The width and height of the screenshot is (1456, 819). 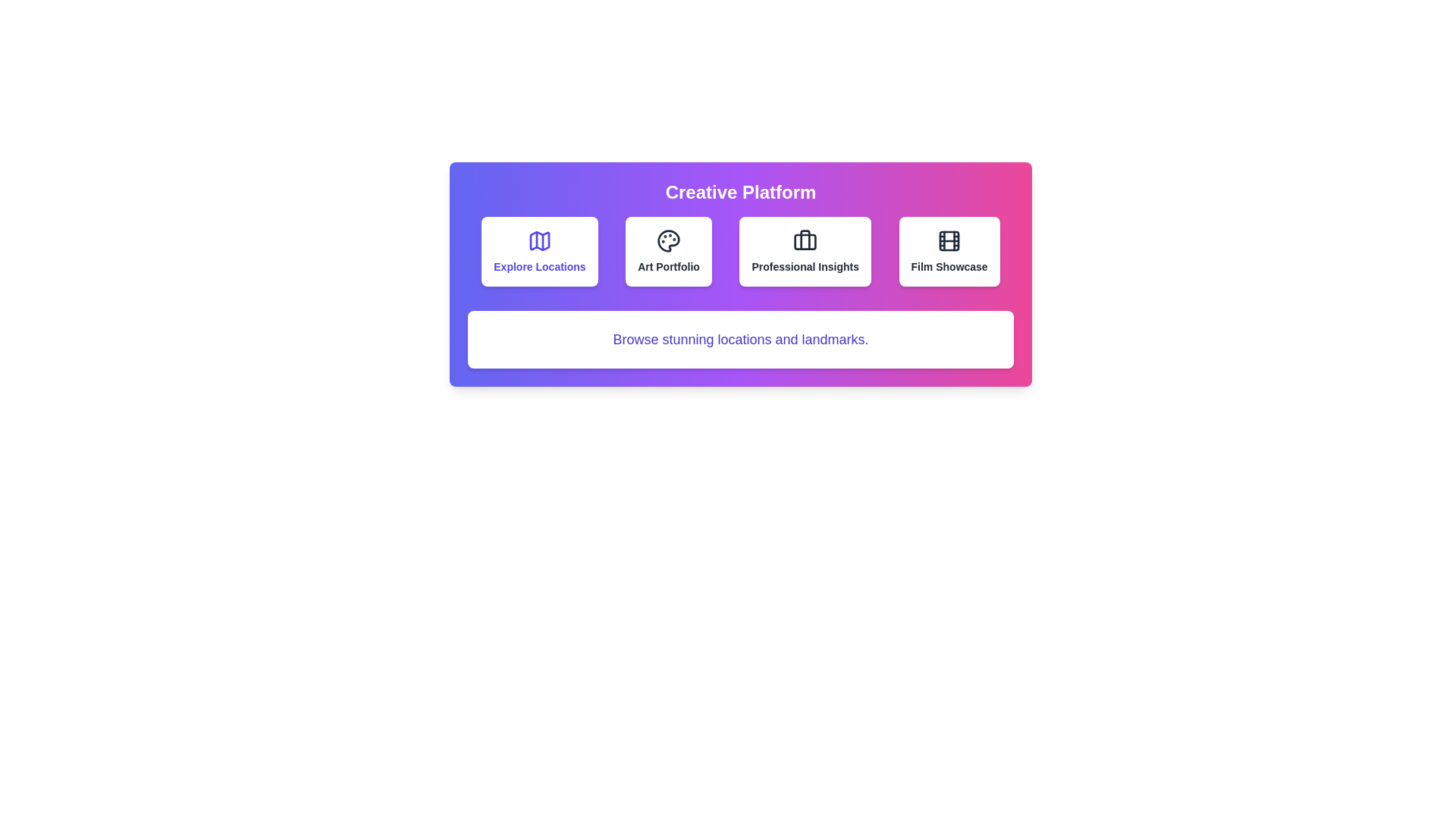 What do you see at coordinates (538, 250) in the screenshot?
I see `the category button labeled 'Explore Locations' to observe the hover effect` at bounding box center [538, 250].